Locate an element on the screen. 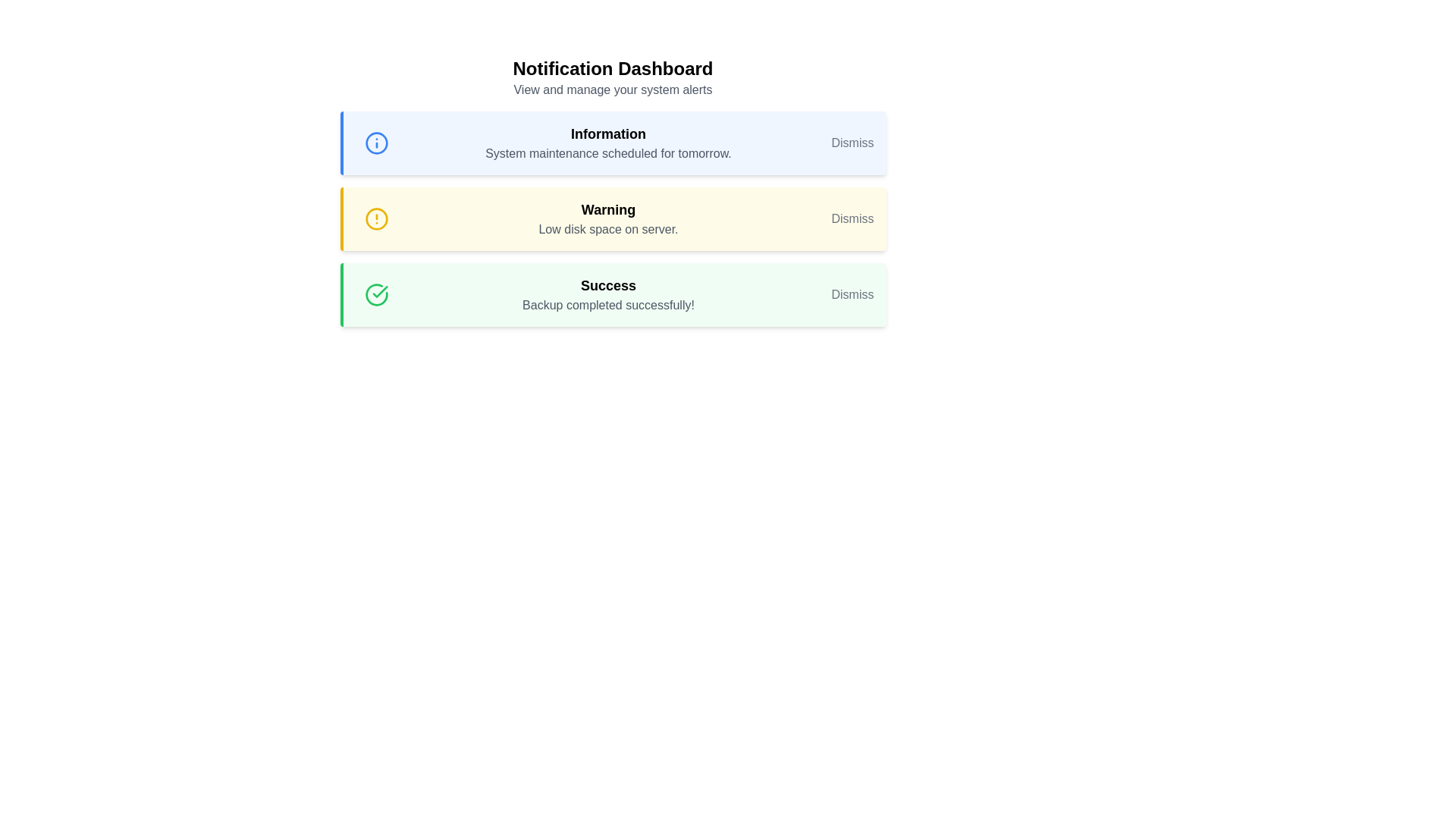 This screenshot has height=819, width=1456. the static text indicating successful backup completion, located in the green success card below the 'Success' heading is located at coordinates (608, 305).